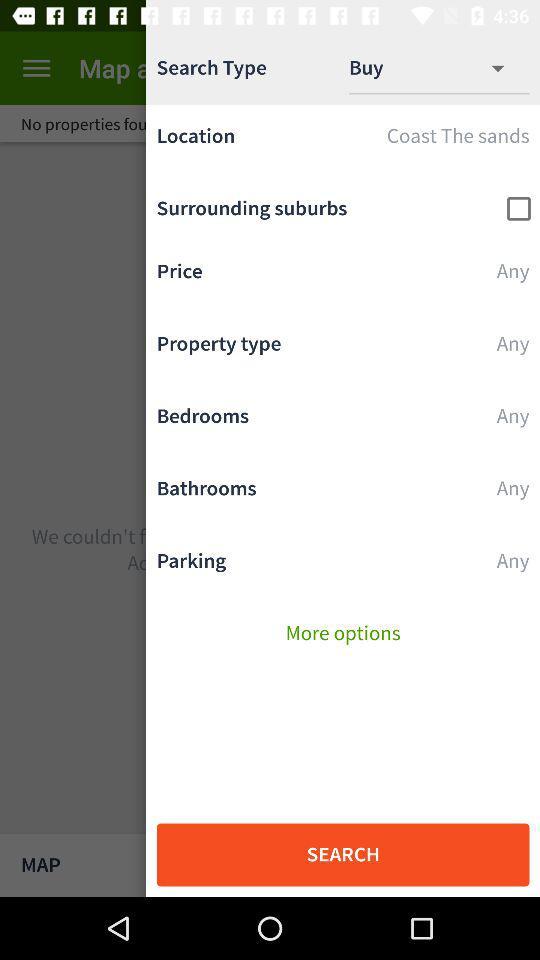  I want to click on more options which is on the top right corner of the page, so click(508, 68).